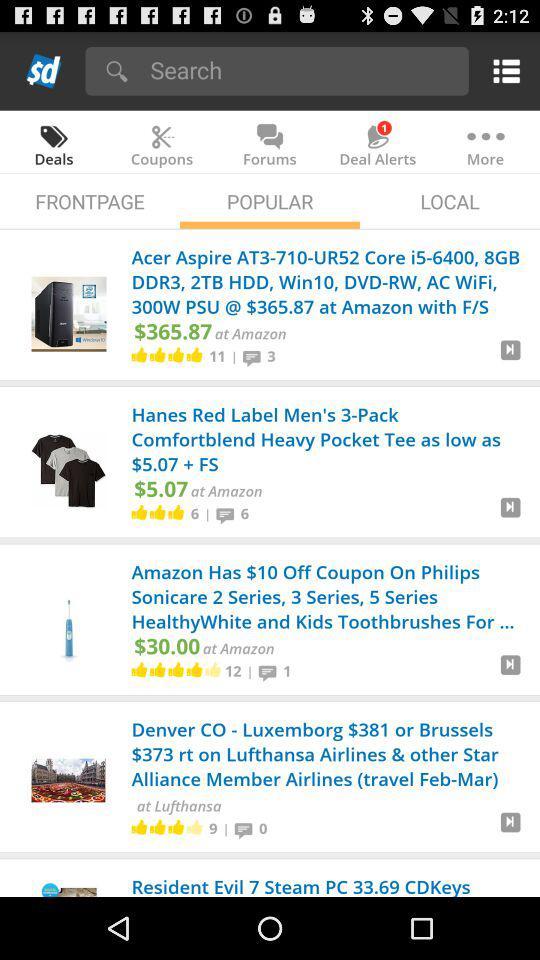 Image resolution: width=540 pixels, height=960 pixels. What do you see at coordinates (510, 672) in the screenshot?
I see `switch to select` at bounding box center [510, 672].